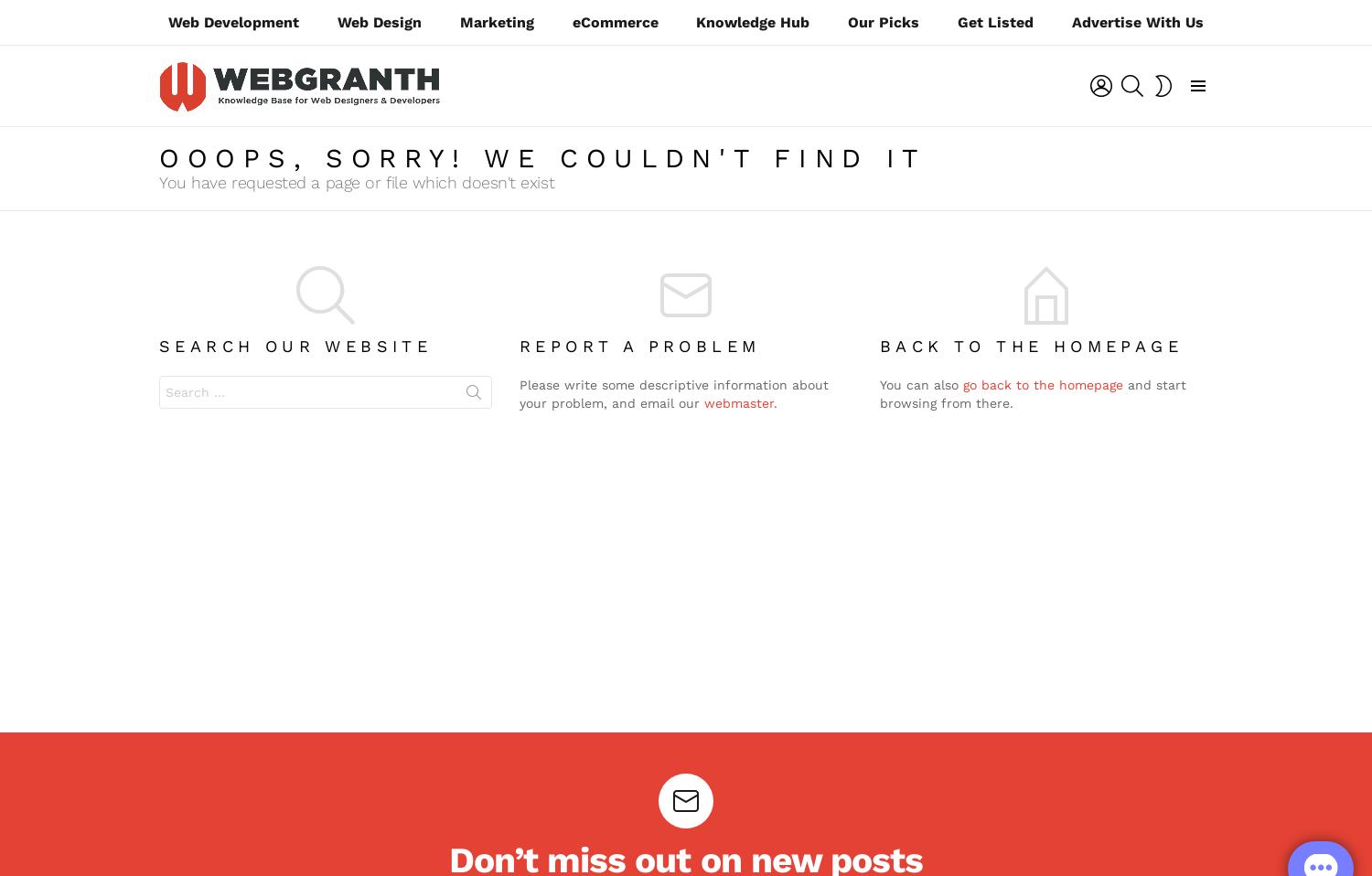 The image size is (1372, 876). I want to click on 'Before You Go…', so click(766, 400).